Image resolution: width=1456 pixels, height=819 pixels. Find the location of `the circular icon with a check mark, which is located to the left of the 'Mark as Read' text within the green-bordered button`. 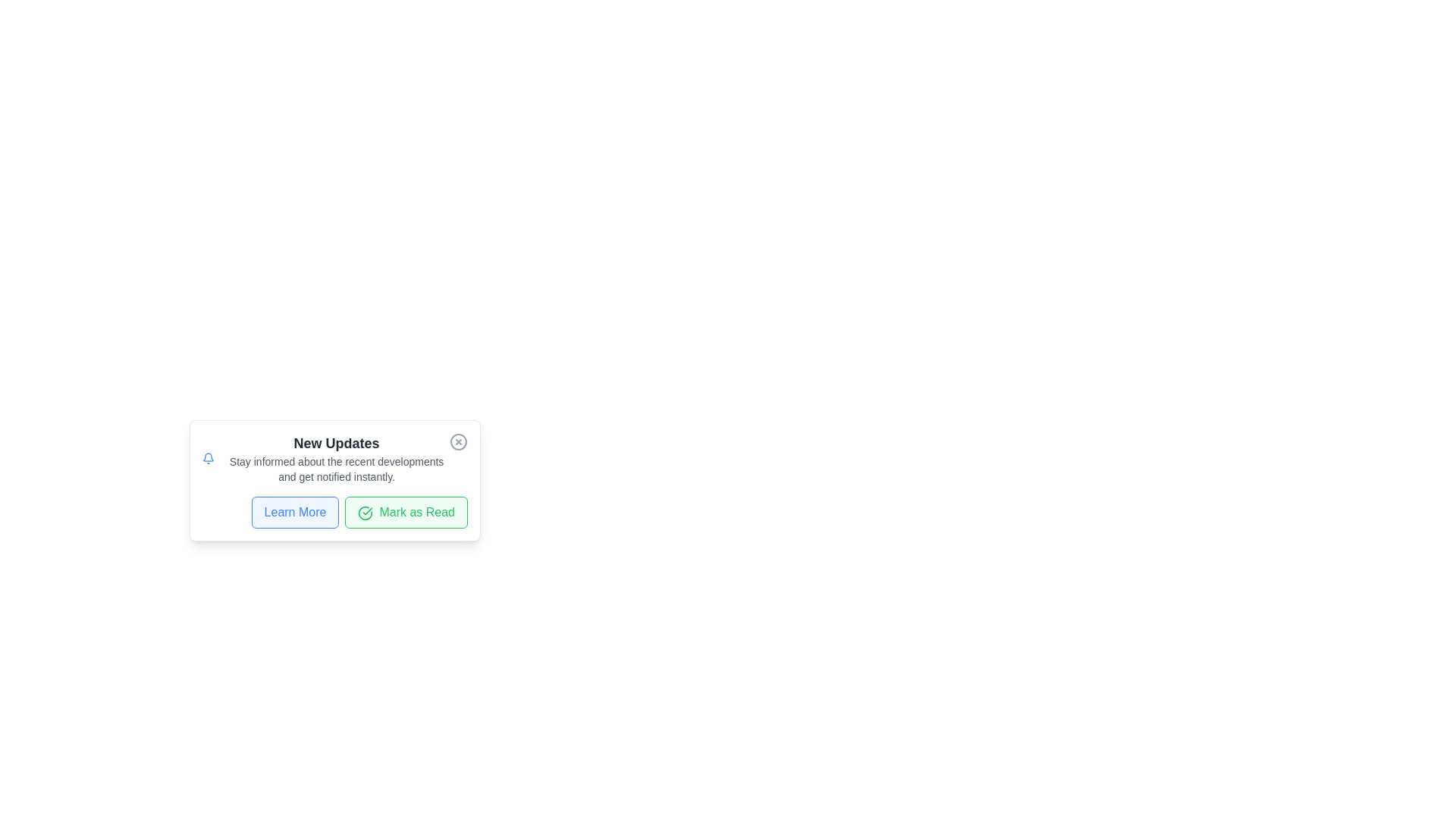

the circular icon with a check mark, which is located to the left of the 'Mark as Read' text within the green-bordered button is located at coordinates (366, 513).